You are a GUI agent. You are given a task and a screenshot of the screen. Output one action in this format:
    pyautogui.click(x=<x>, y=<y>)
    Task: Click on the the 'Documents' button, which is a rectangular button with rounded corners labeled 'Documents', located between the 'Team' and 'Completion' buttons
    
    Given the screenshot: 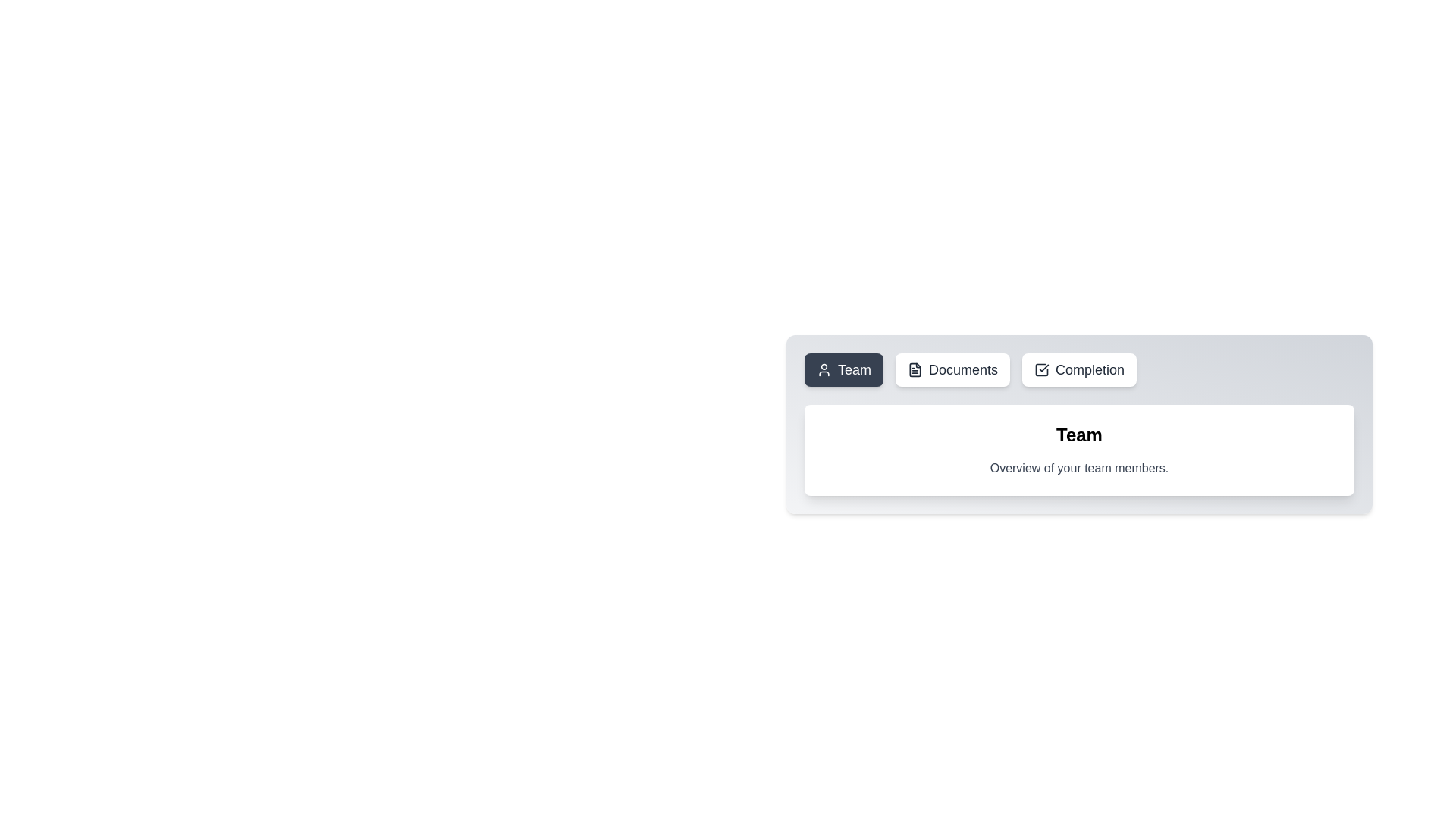 What is the action you would take?
    pyautogui.click(x=952, y=370)
    